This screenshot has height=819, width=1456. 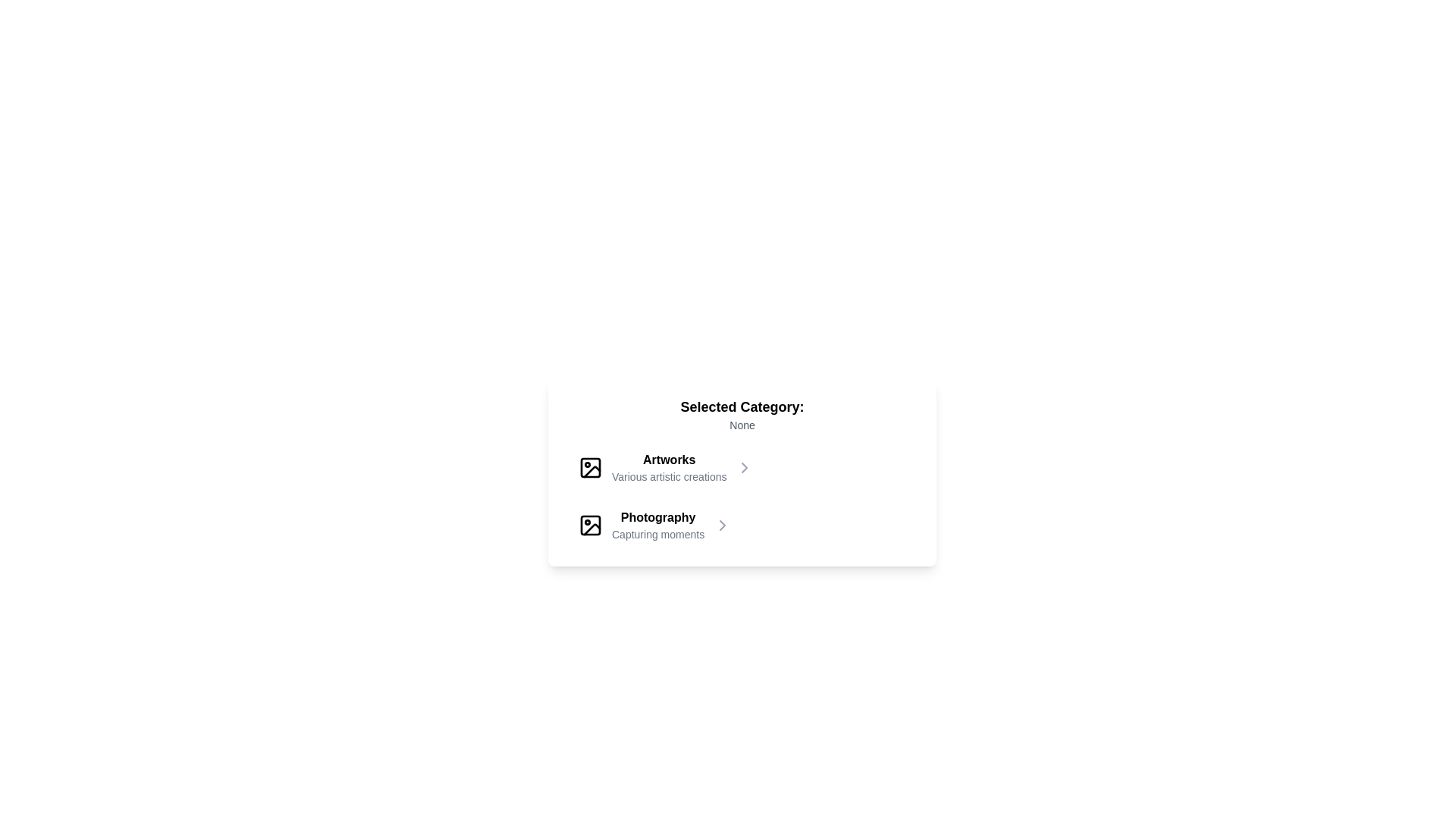 I want to click on the Text Label indicating the category 'Artworks' with the subtitle 'Various artistic creations', located beneath 'Selected Category: None', so click(x=668, y=467).